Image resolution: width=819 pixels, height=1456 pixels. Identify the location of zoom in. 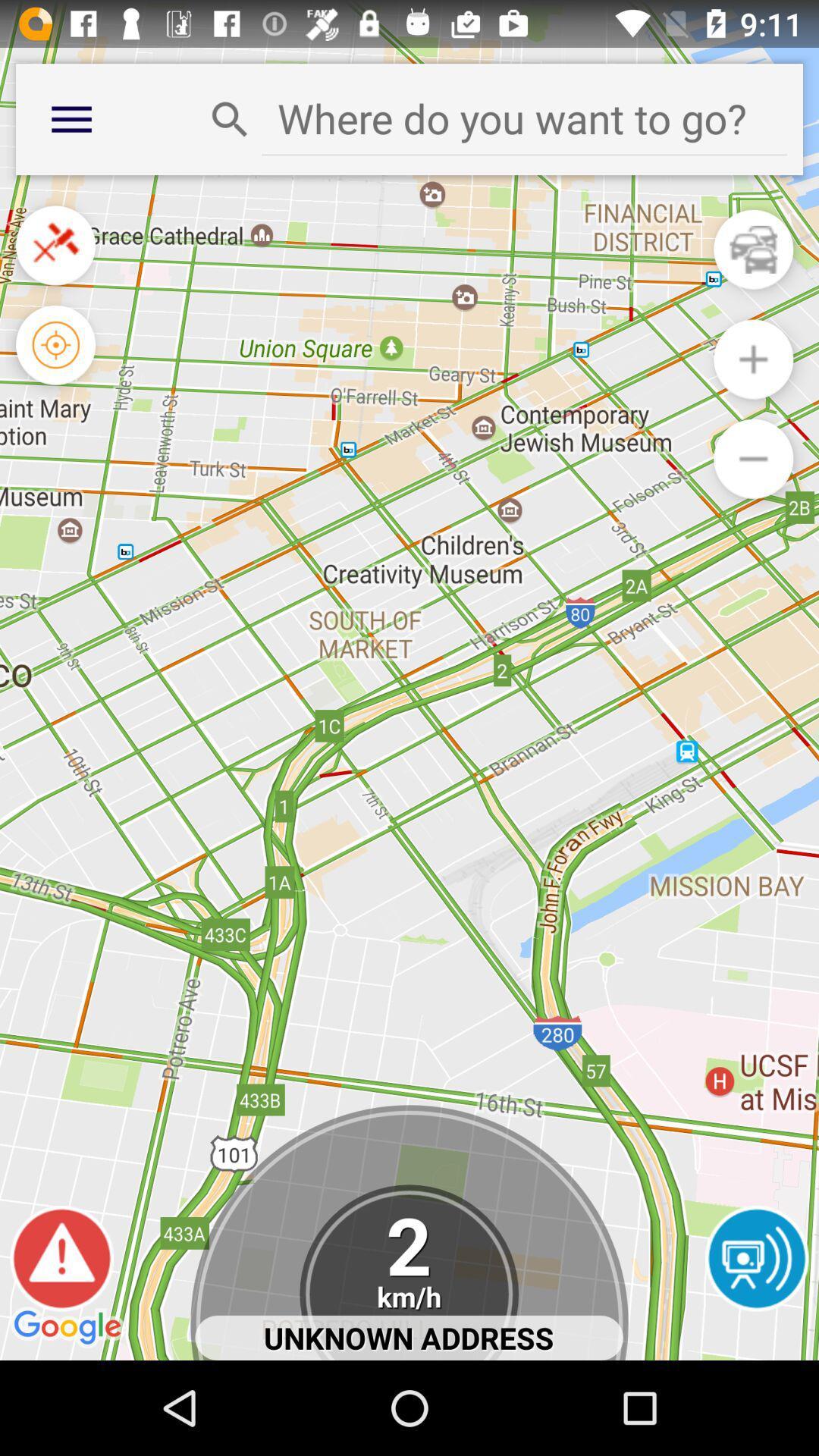
(753, 359).